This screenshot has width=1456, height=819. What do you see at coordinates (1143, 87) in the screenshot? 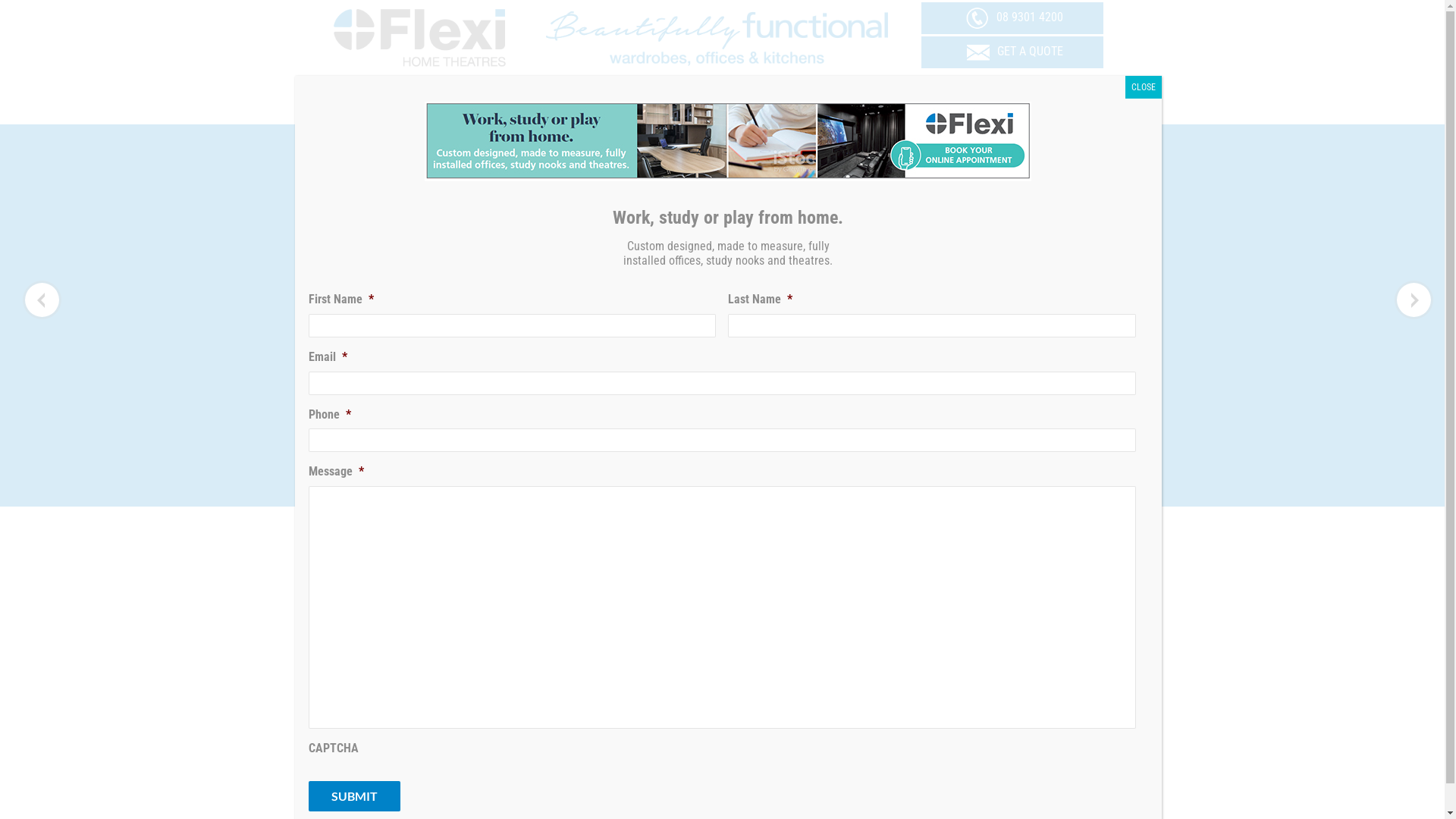
I see `'CLOSE'` at bounding box center [1143, 87].